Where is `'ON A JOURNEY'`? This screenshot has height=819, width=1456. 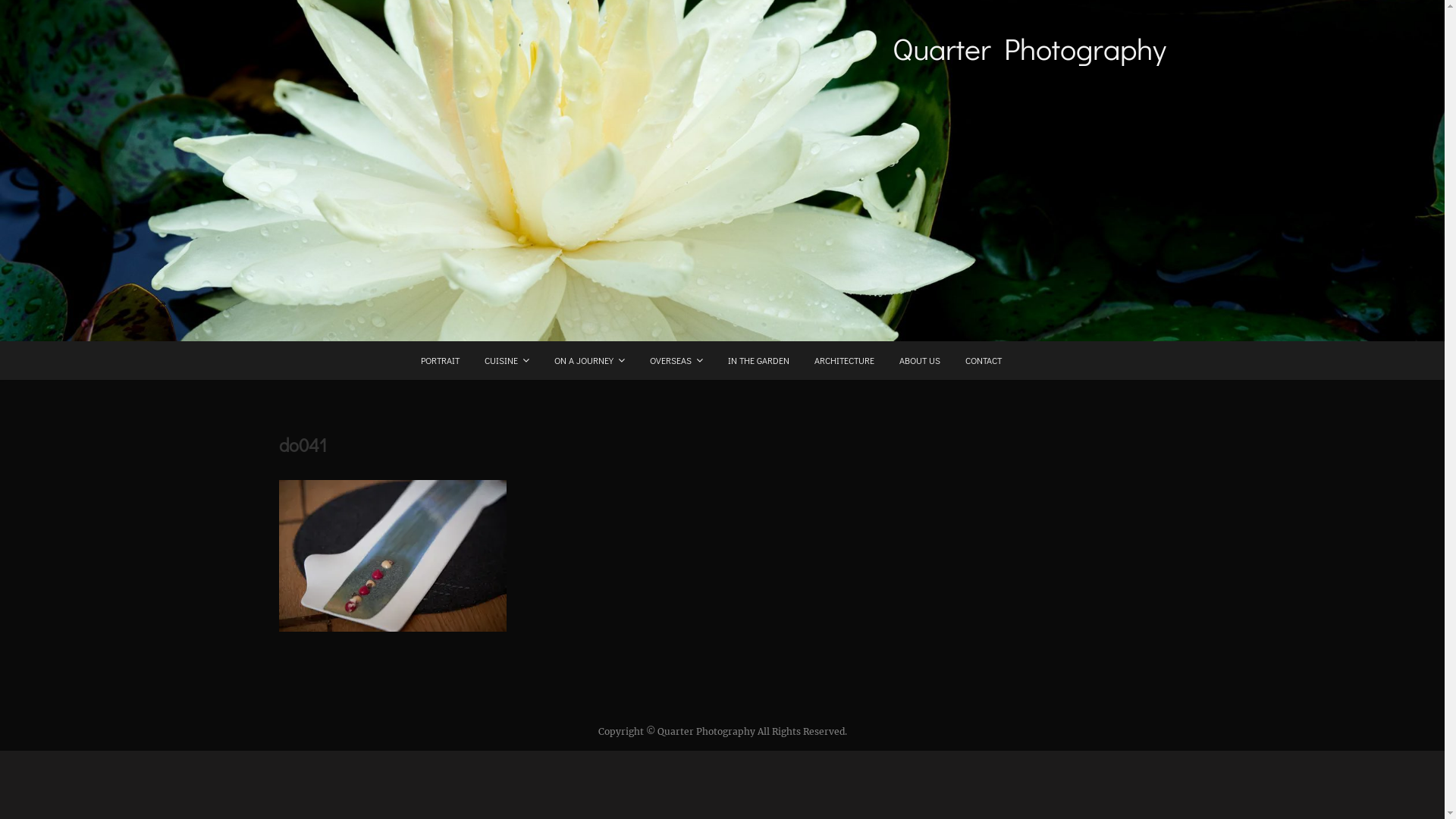 'ON A JOURNEY' is located at coordinates (588, 360).